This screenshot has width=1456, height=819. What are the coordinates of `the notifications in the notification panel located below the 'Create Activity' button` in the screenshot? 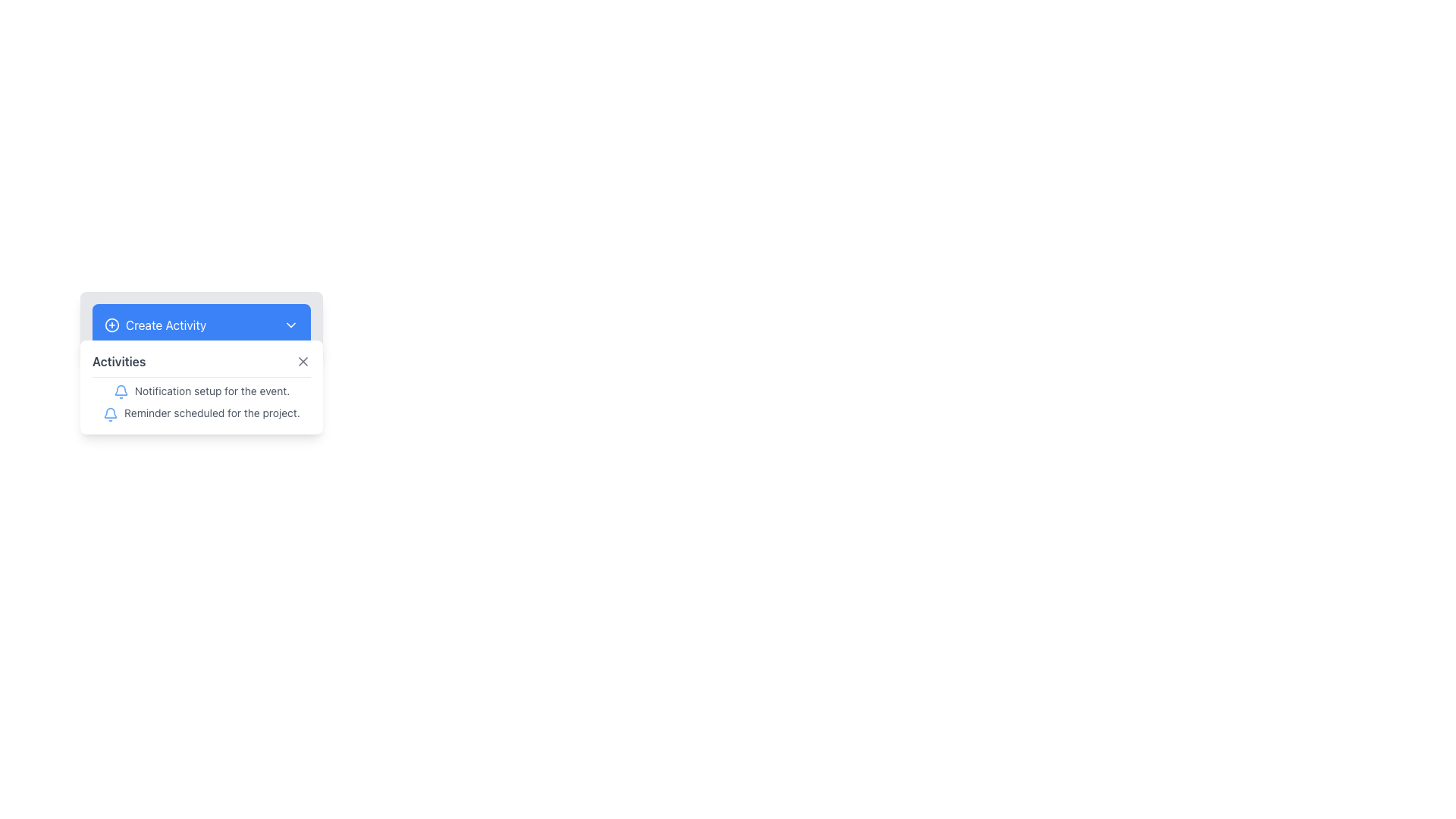 It's located at (200, 385).